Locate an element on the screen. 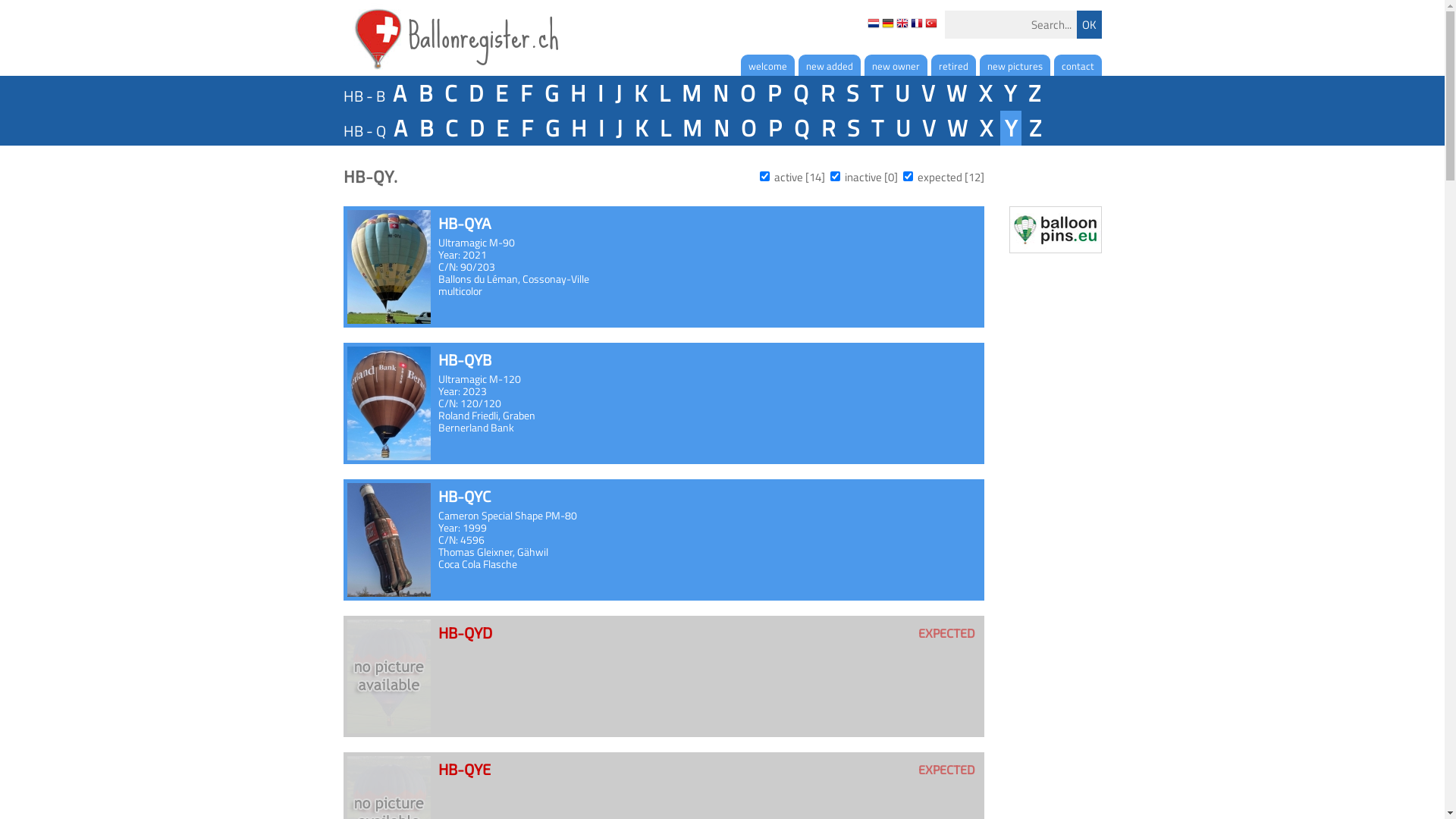 The image size is (1456, 819). 'F' is located at coordinates (526, 127).